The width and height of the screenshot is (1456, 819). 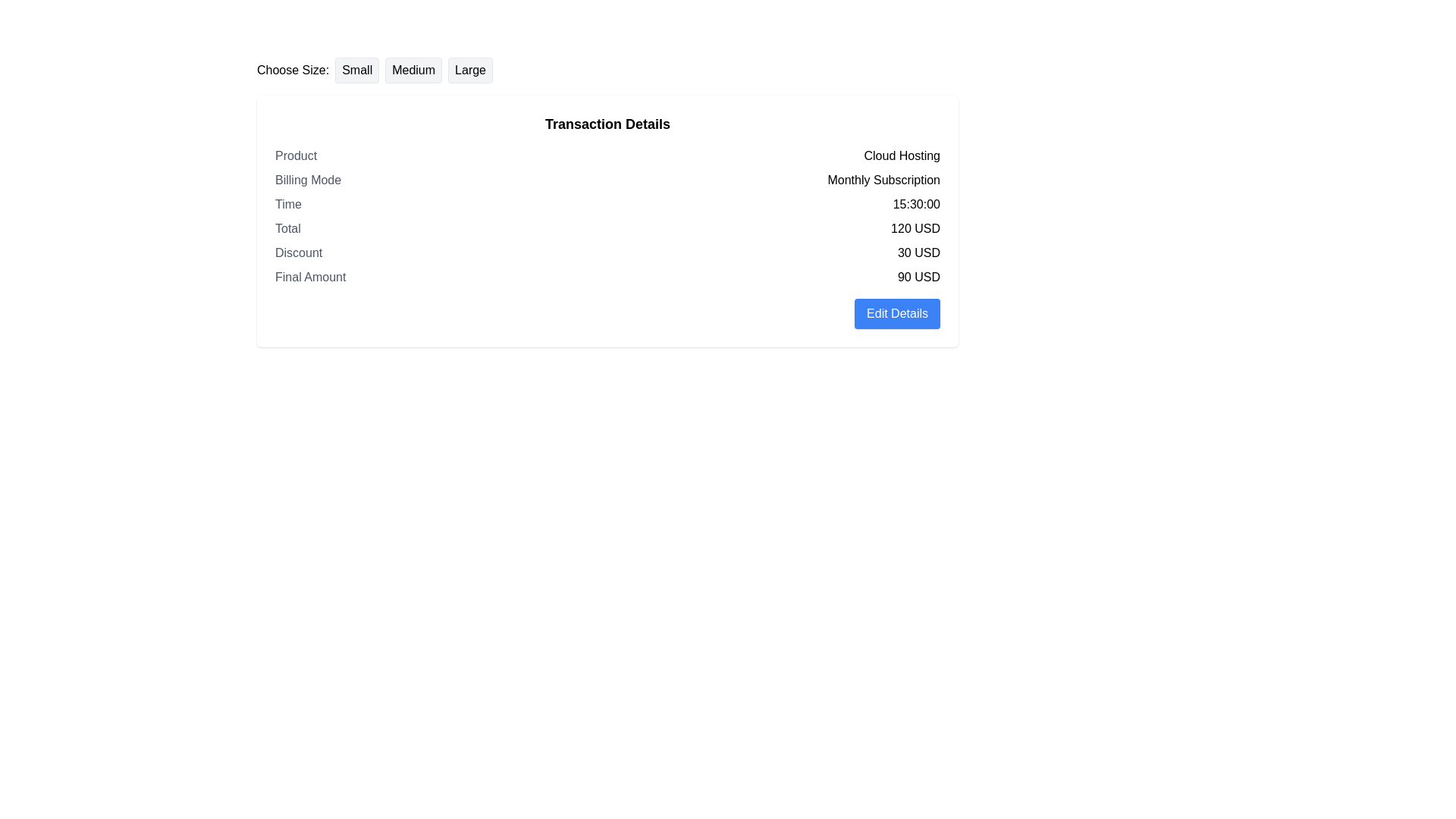 I want to click on the 'Edit Details' button, so click(x=897, y=312).